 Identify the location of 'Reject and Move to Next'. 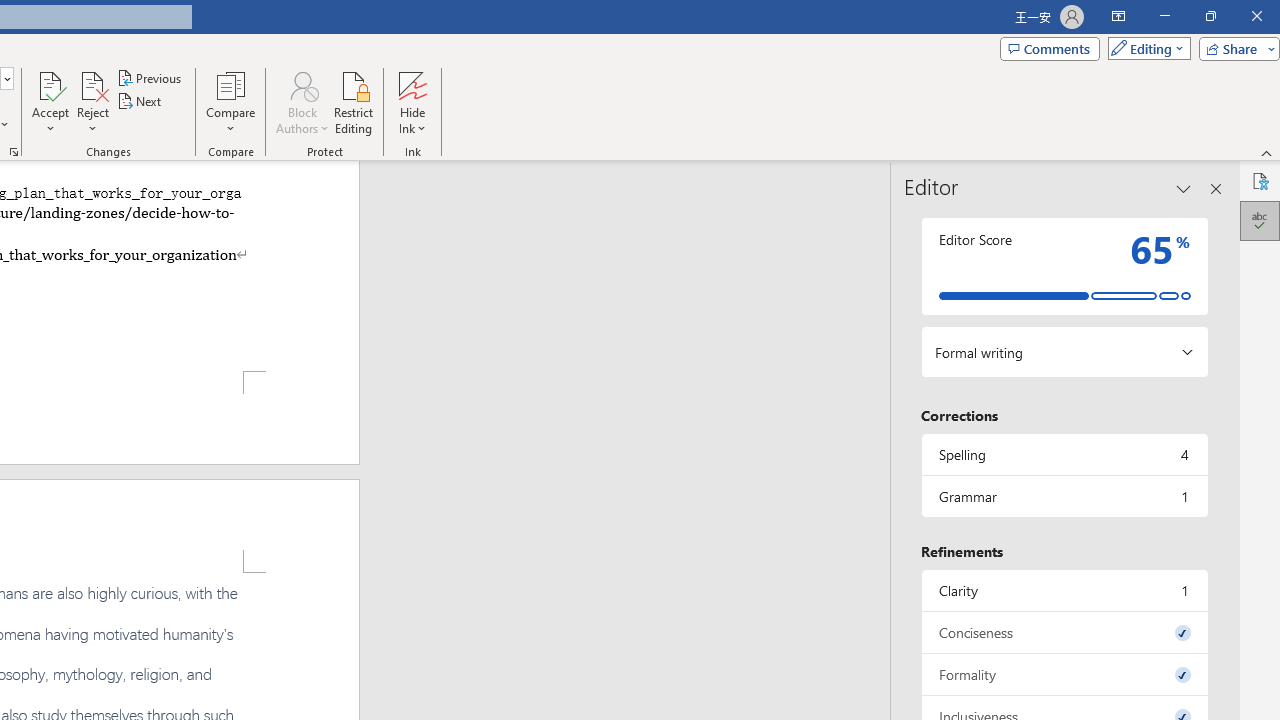
(91, 84).